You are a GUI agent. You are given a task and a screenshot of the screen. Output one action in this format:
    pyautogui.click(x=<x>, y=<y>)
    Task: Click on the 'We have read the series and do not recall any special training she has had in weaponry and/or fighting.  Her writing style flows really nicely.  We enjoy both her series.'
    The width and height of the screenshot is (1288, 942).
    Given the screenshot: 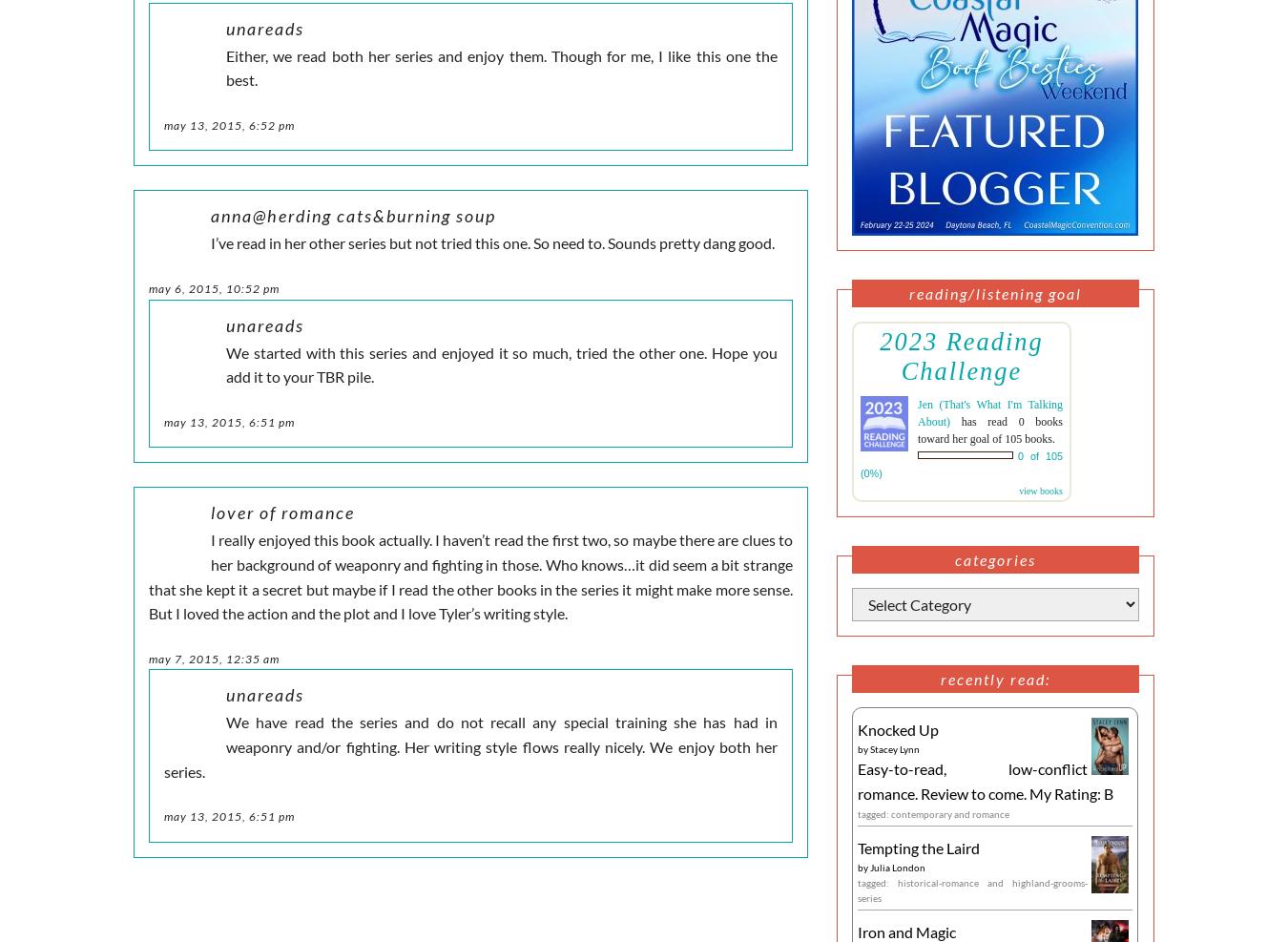 What is the action you would take?
    pyautogui.click(x=469, y=746)
    